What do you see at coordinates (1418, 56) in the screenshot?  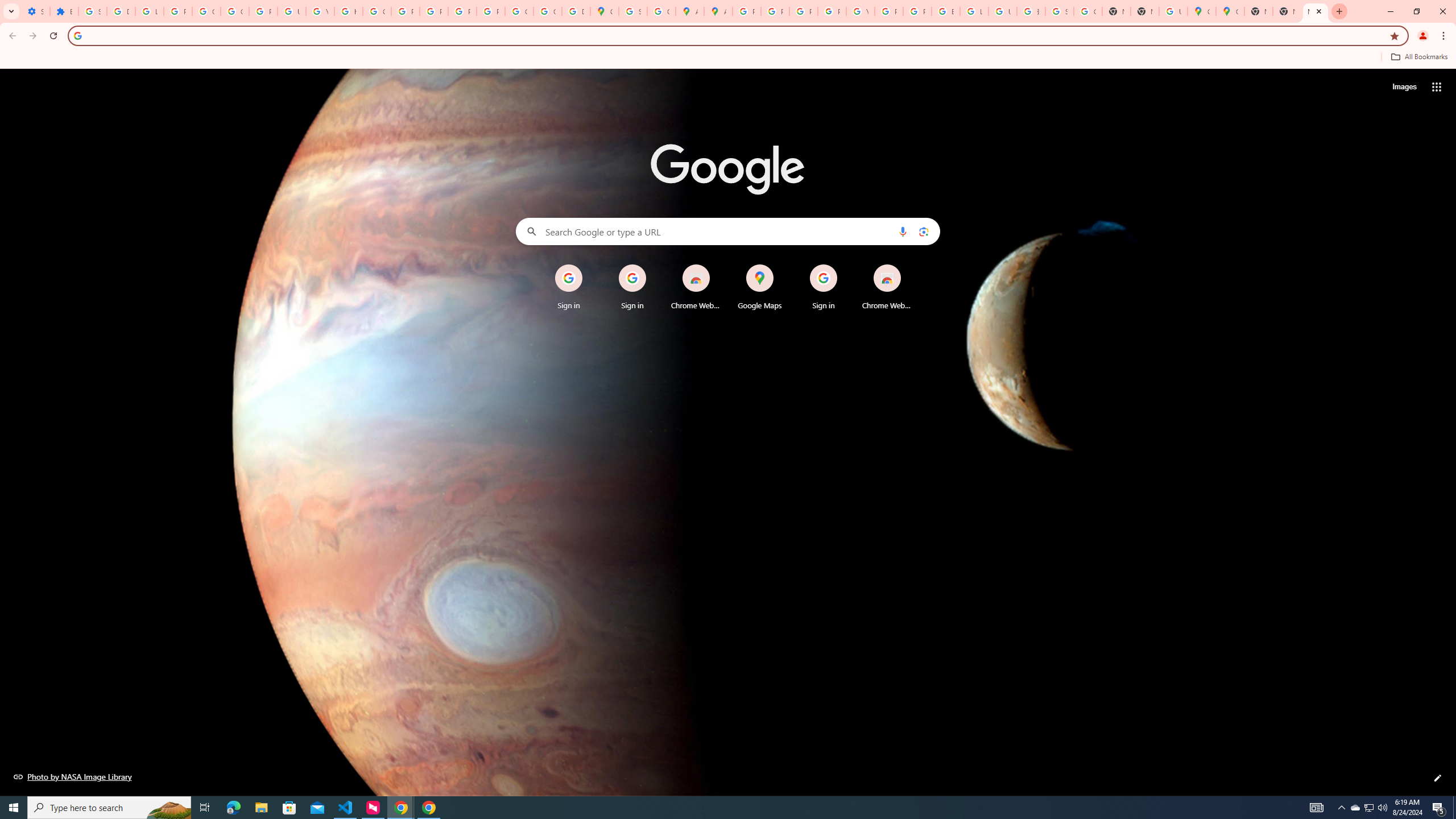 I see `'All Bookmarks'` at bounding box center [1418, 56].